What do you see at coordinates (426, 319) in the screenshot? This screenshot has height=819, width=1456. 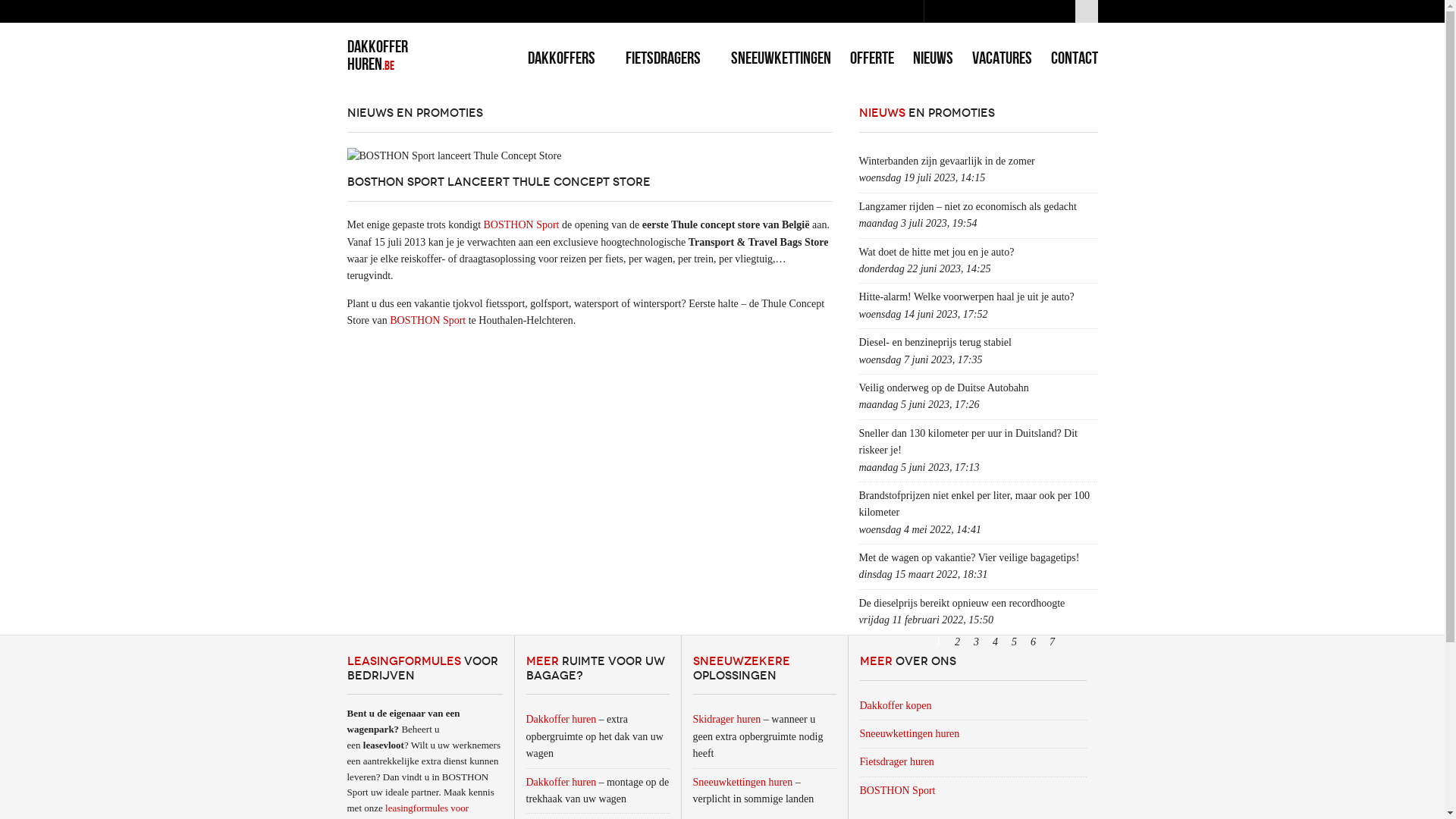 I see `'BOSTHON Sport'` at bounding box center [426, 319].